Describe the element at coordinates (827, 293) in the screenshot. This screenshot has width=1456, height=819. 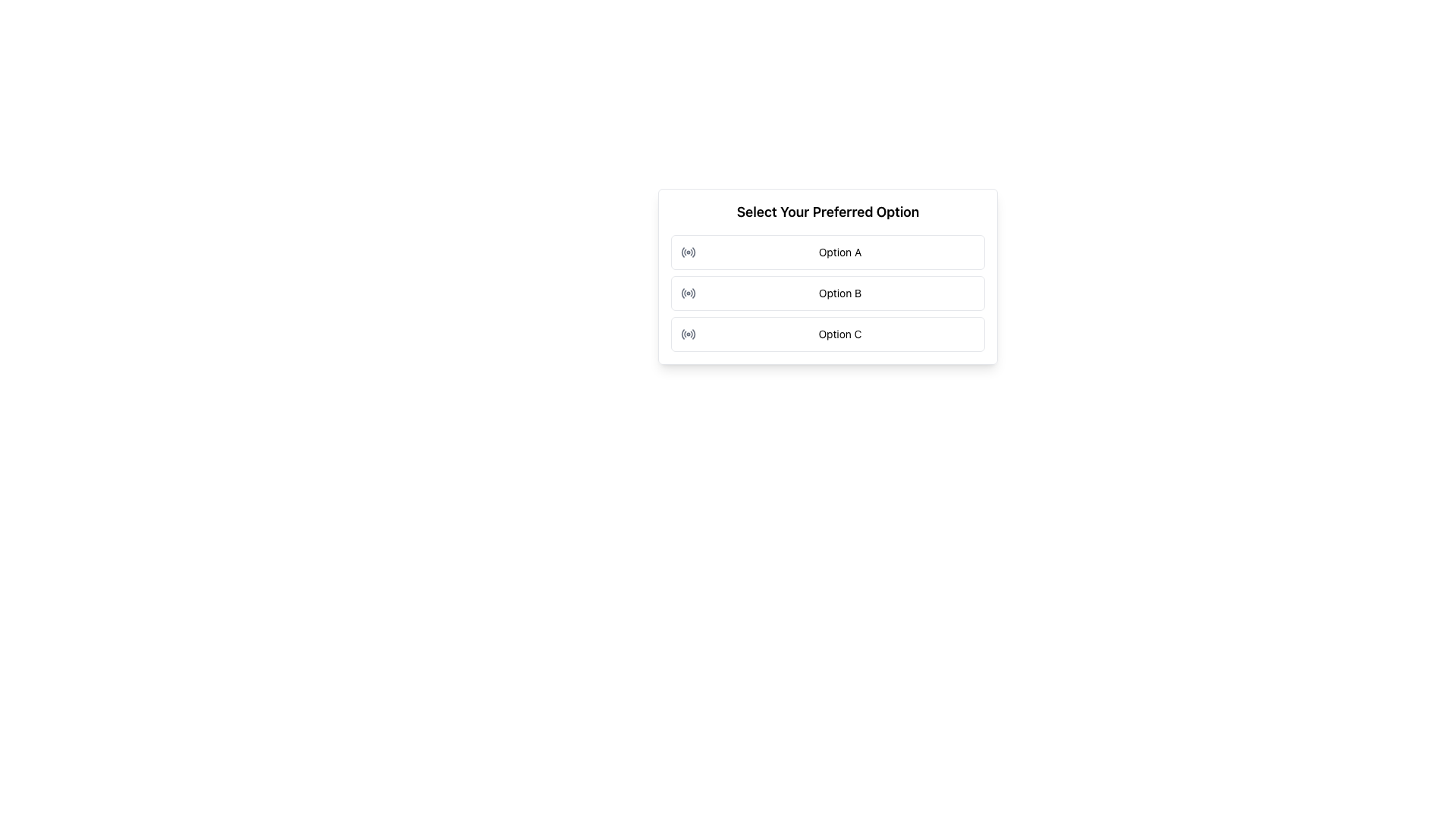
I see `the 'Option B' radio button` at that location.